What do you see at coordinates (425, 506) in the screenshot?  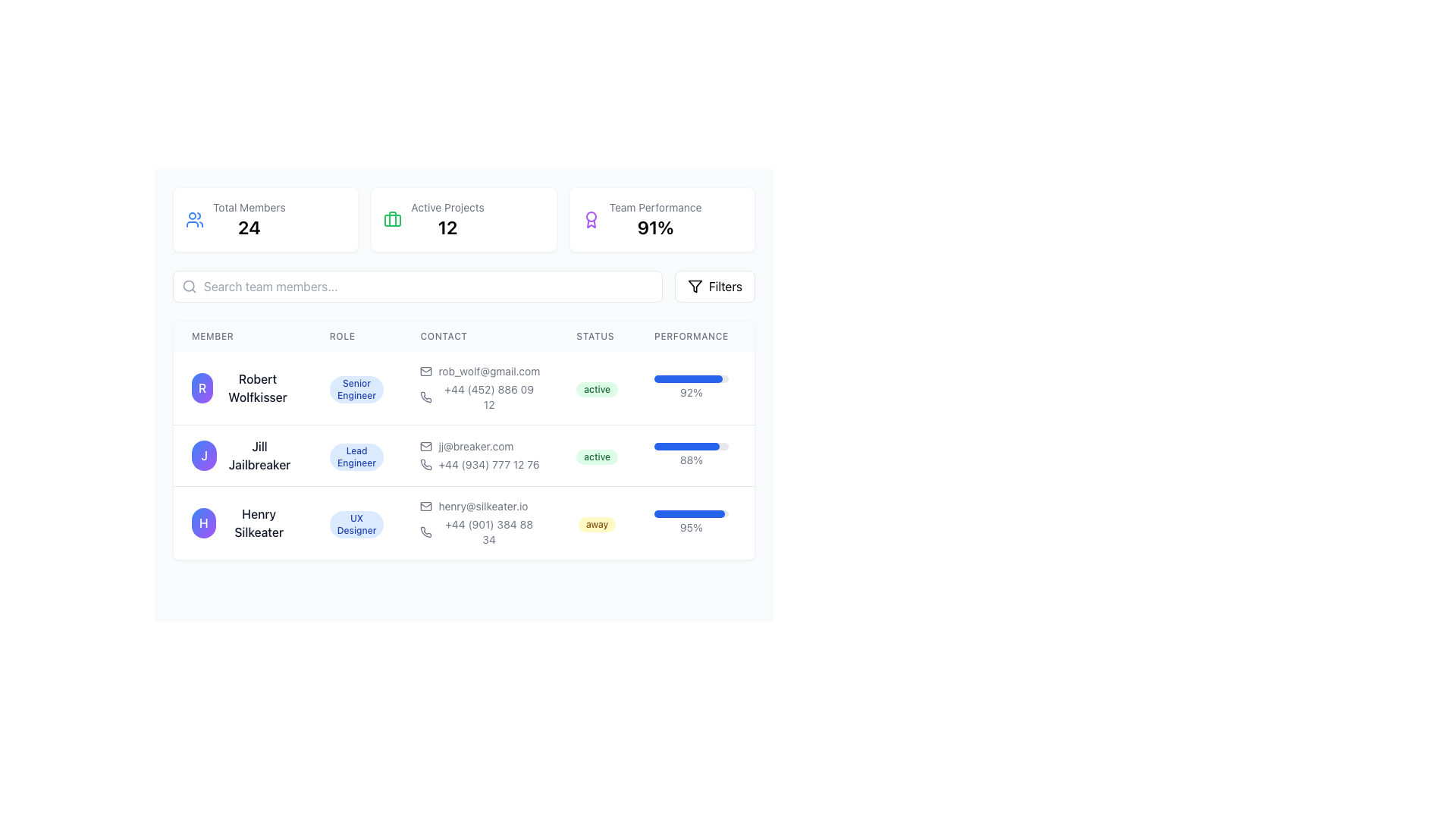 I see `the small gray envelope icon representing the mail symbol located in the 'Contact' column next to the email address 'henry@silkeater.io'` at bounding box center [425, 506].